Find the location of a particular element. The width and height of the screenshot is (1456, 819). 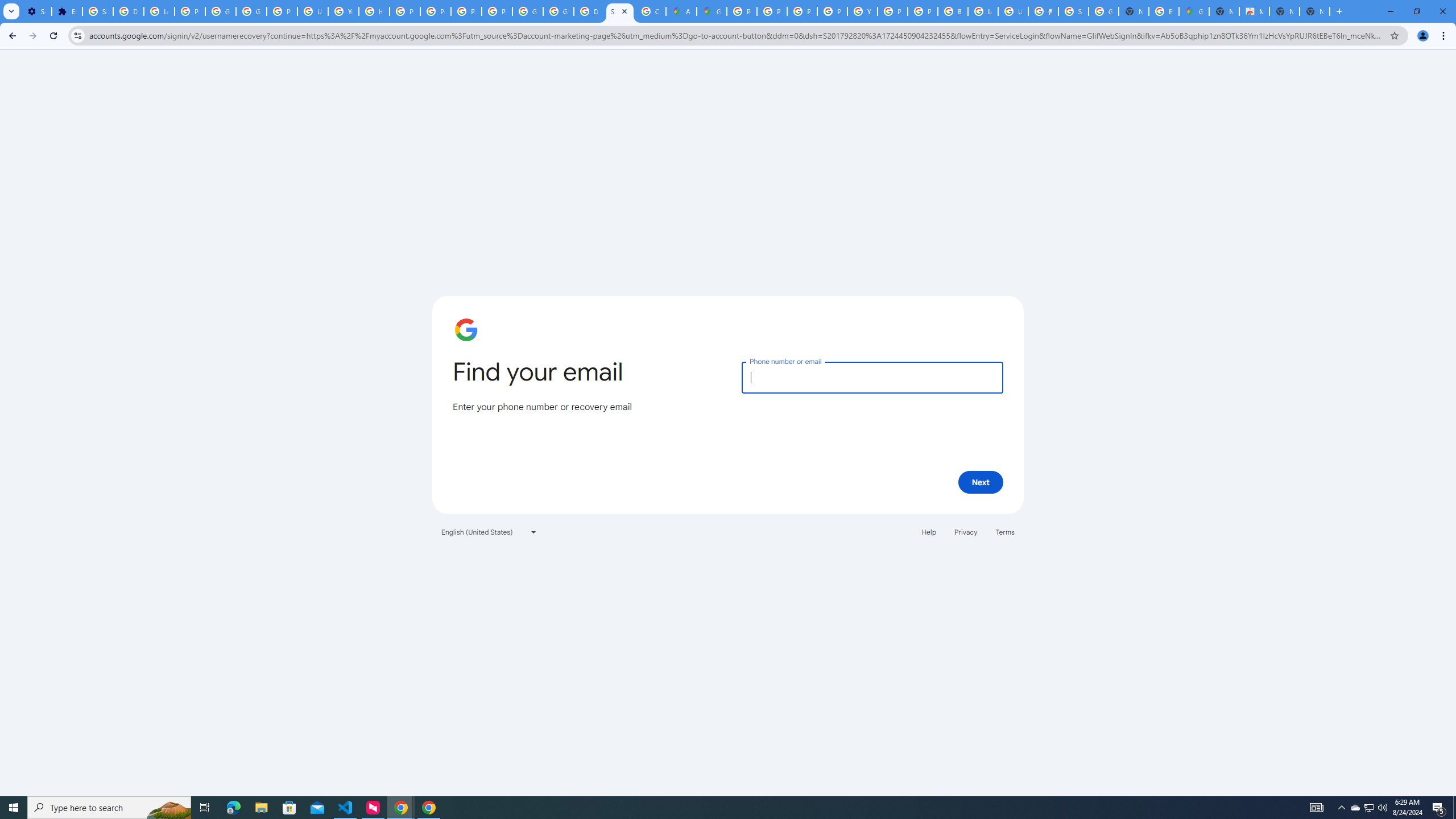

'Sign in - Google Accounts' is located at coordinates (97, 11).